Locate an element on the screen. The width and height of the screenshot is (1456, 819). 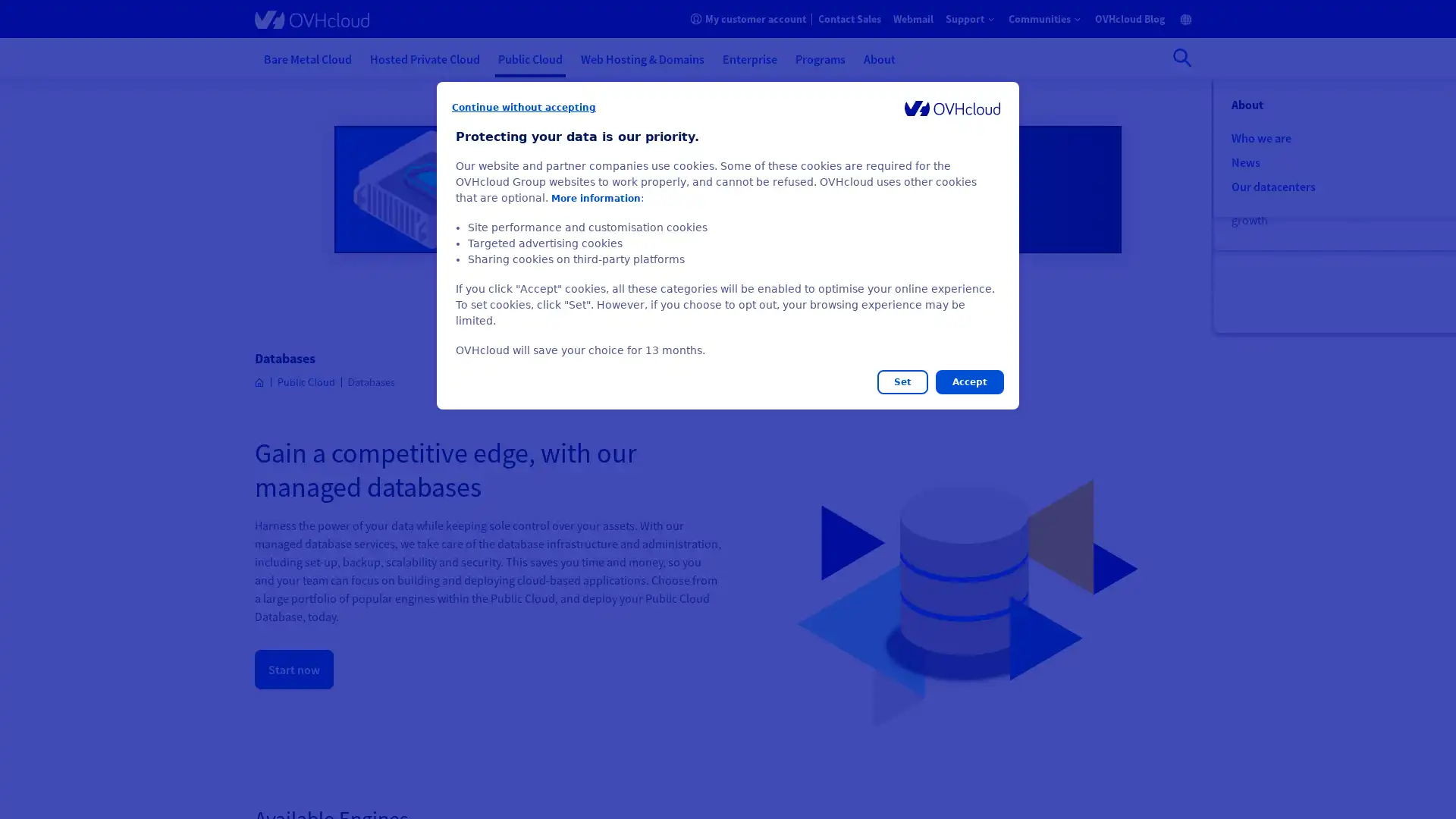
Accept is located at coordinates (968, 381).